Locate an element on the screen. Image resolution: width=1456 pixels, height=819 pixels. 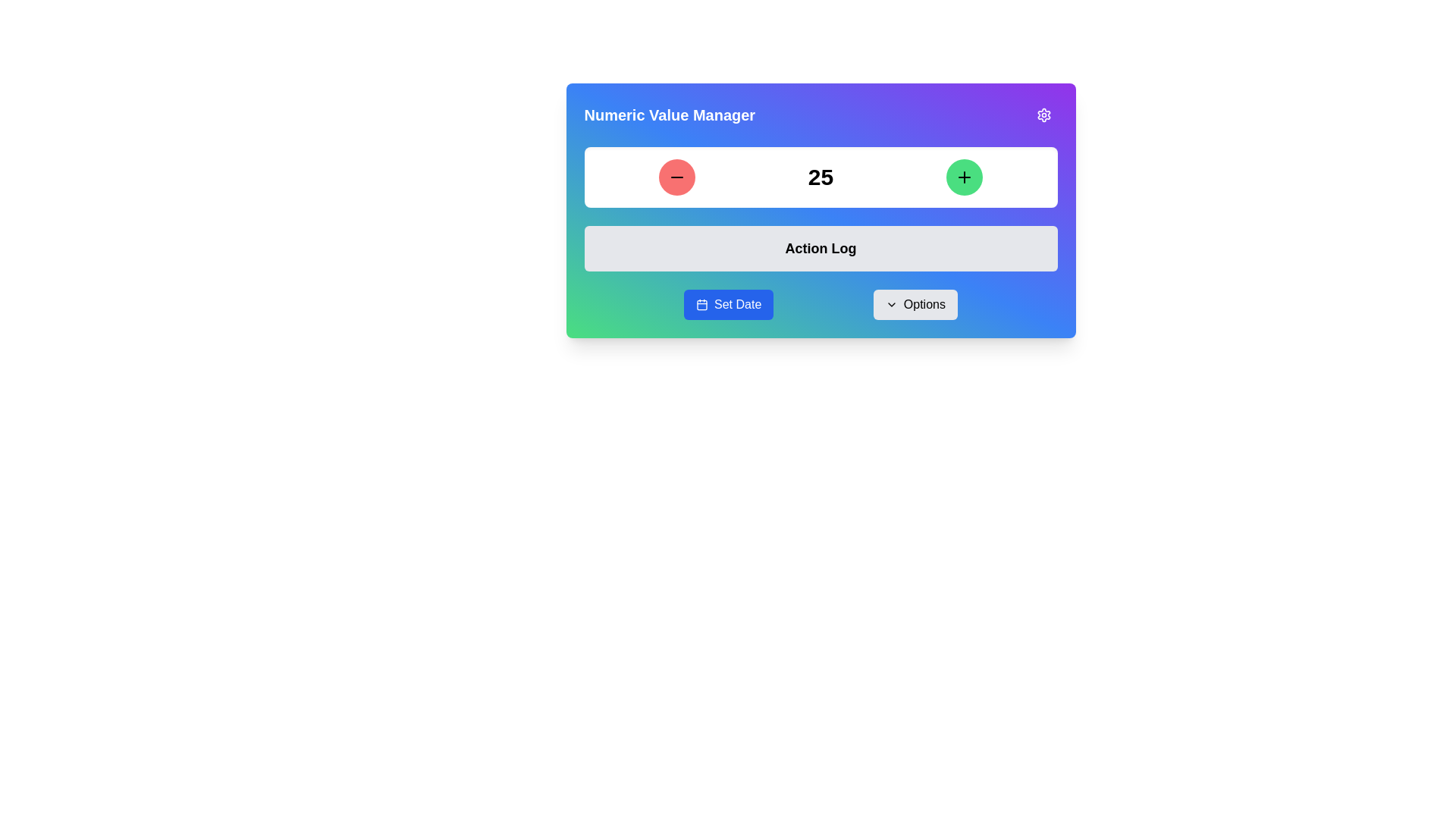
the numeric value display showing '25' in a bold, large font, located within a white rectangular box below the title 'Numeric Value Manager' is located at coordinates (820, 177).